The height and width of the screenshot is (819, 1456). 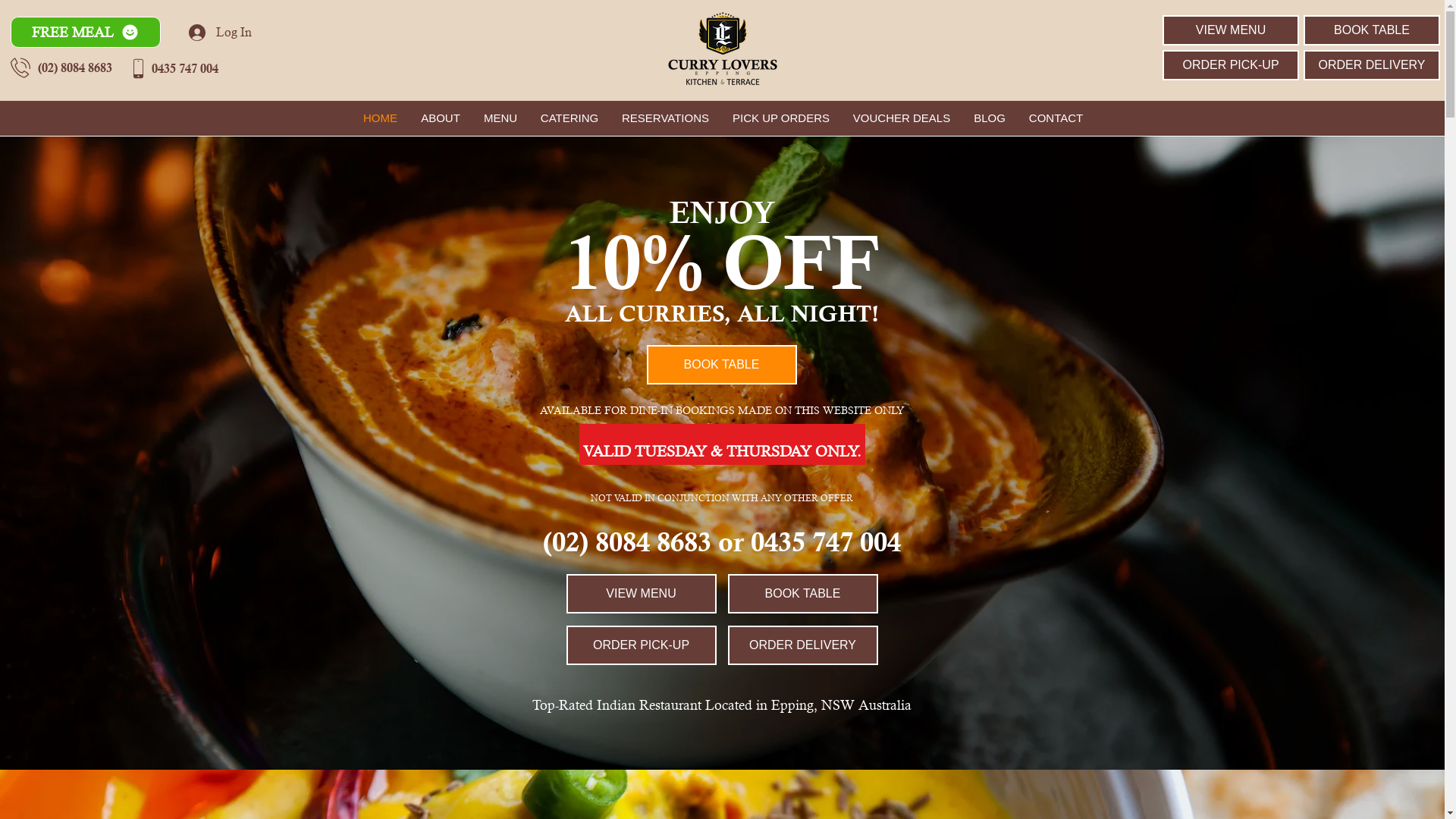 I want to click on 'FREE MEAL', so click(x=85, y=32).